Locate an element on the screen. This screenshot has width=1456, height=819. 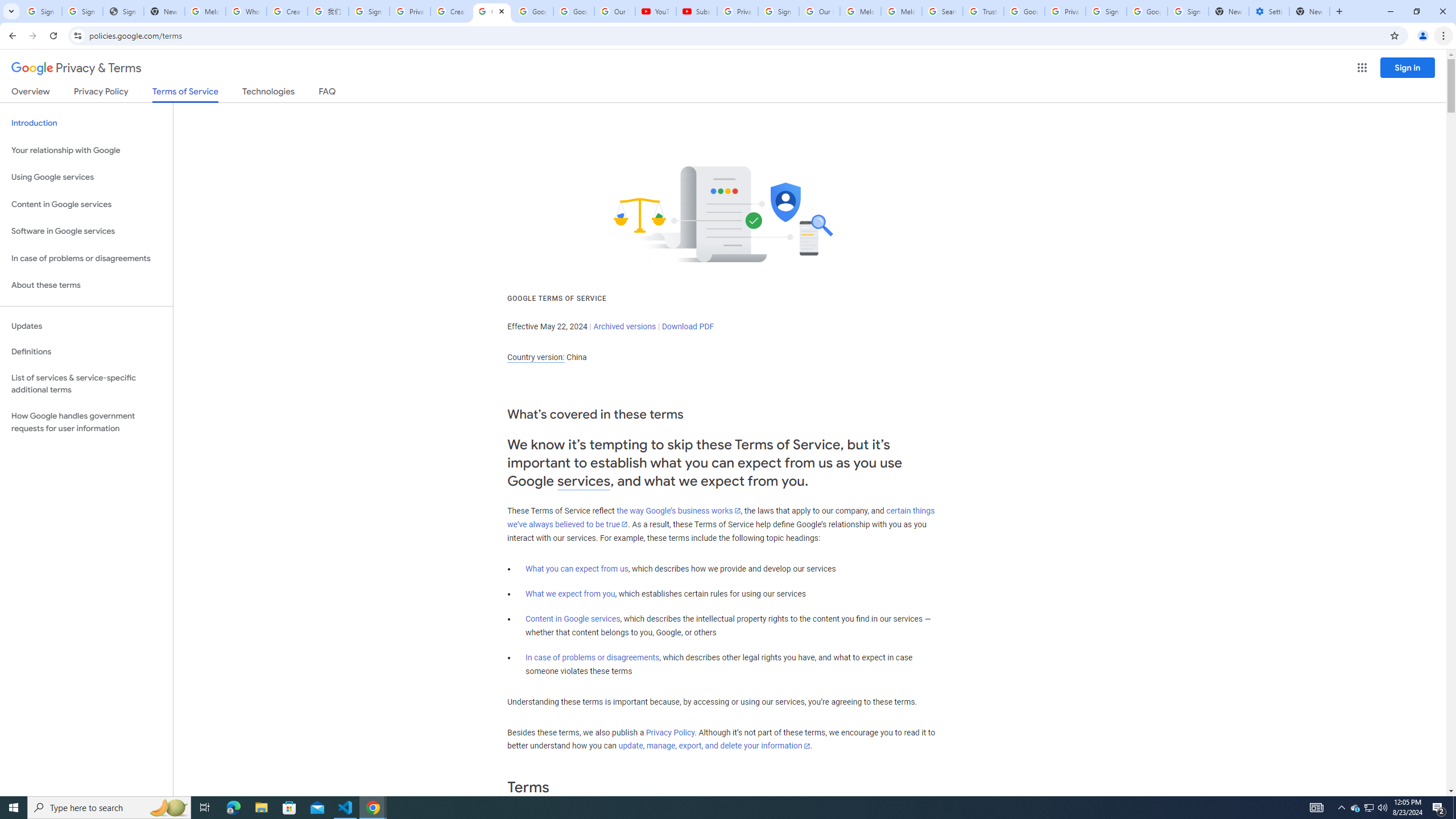
'services' is located at coordinates (584, 481).